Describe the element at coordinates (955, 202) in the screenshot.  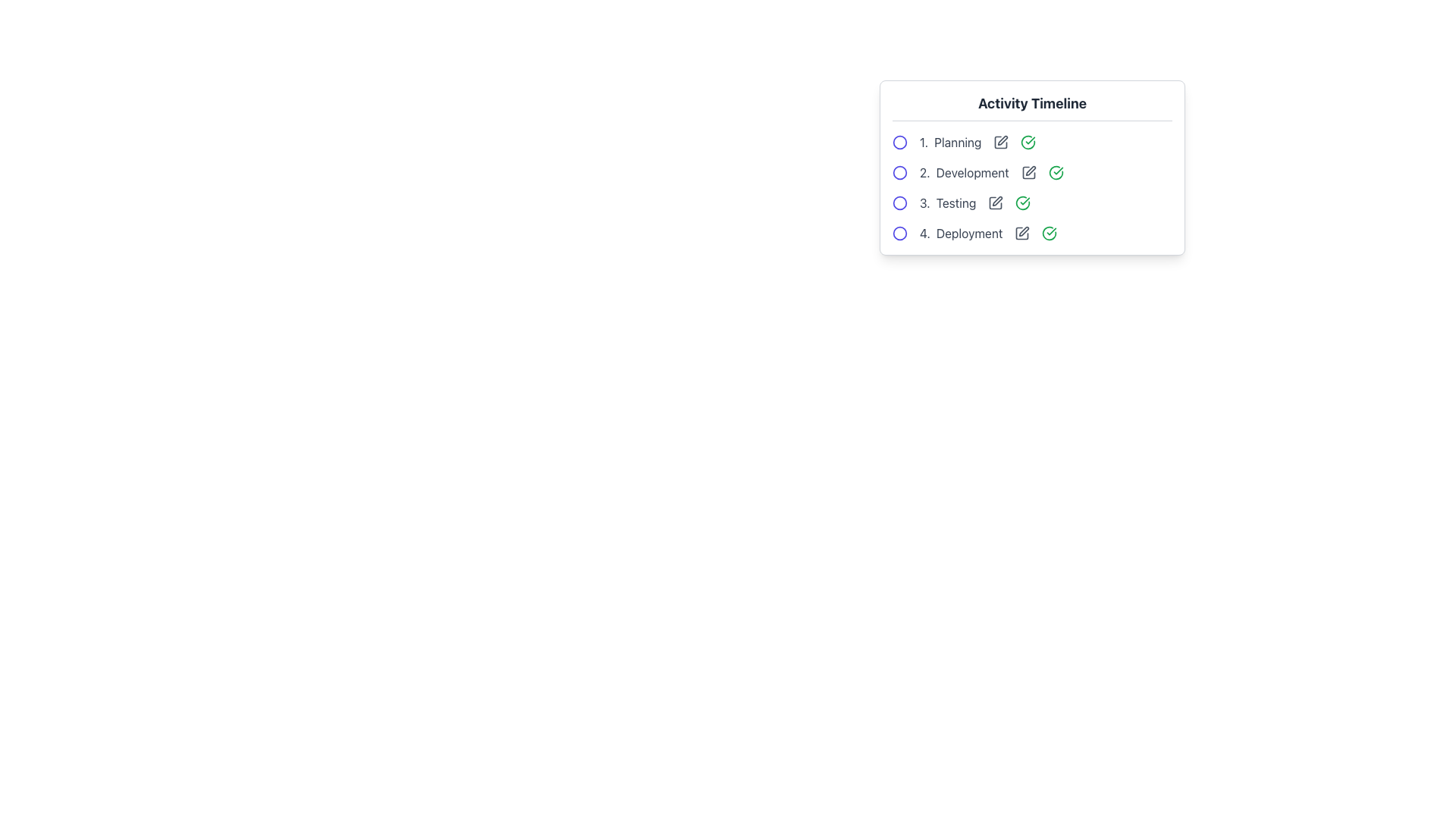
I see `labeling text for the third activity step, located below the second step and above the fourth in the list of activities` at that location.